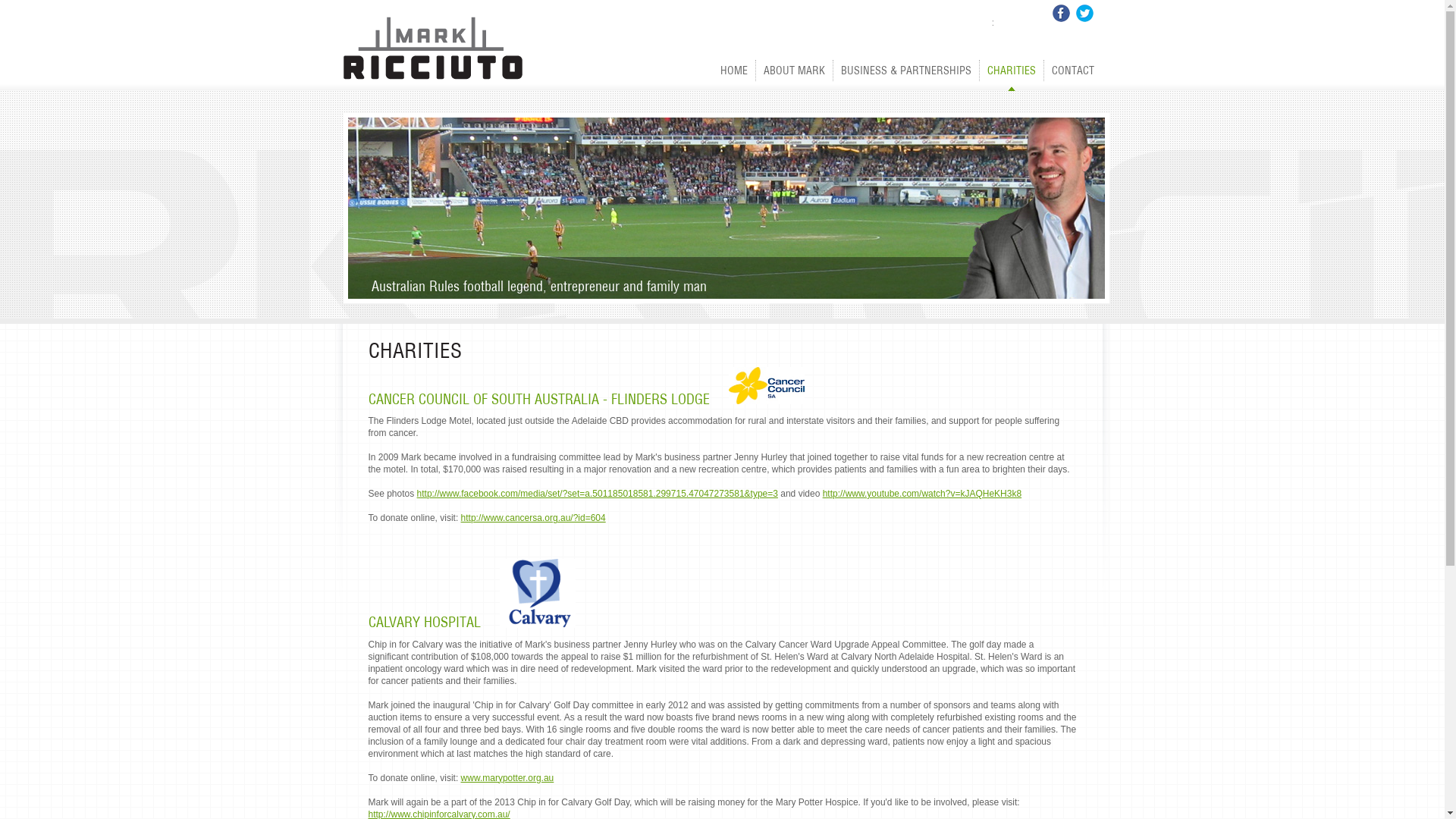 The width and height of the screenshot is (1456, 819). Describe the element at coordinates (1072, 70) in the screenshot. I see `'CONTACT'` at that location.